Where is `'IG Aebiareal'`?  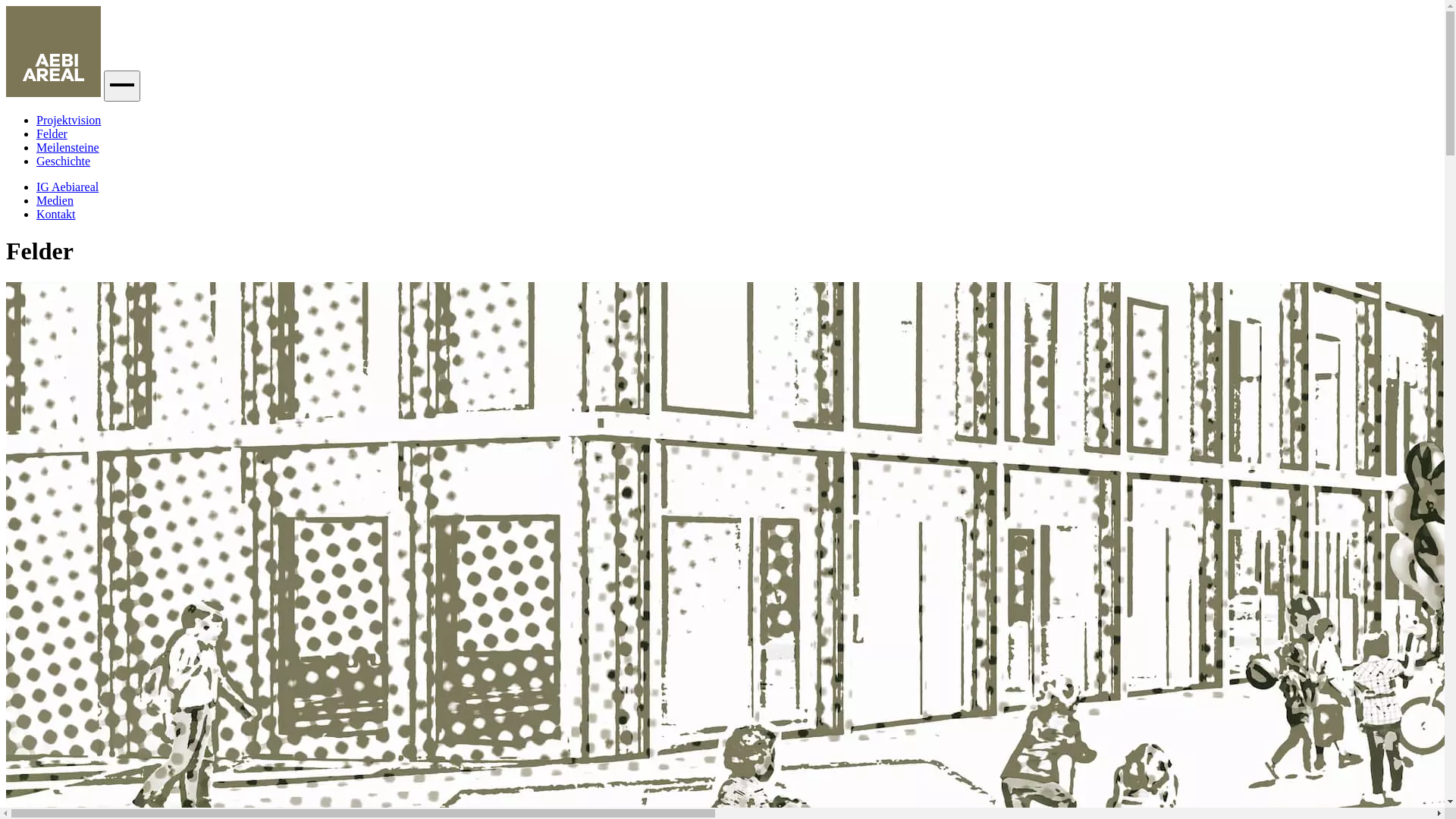
'IG Aebiareal' is located at coordinates (67, 186).